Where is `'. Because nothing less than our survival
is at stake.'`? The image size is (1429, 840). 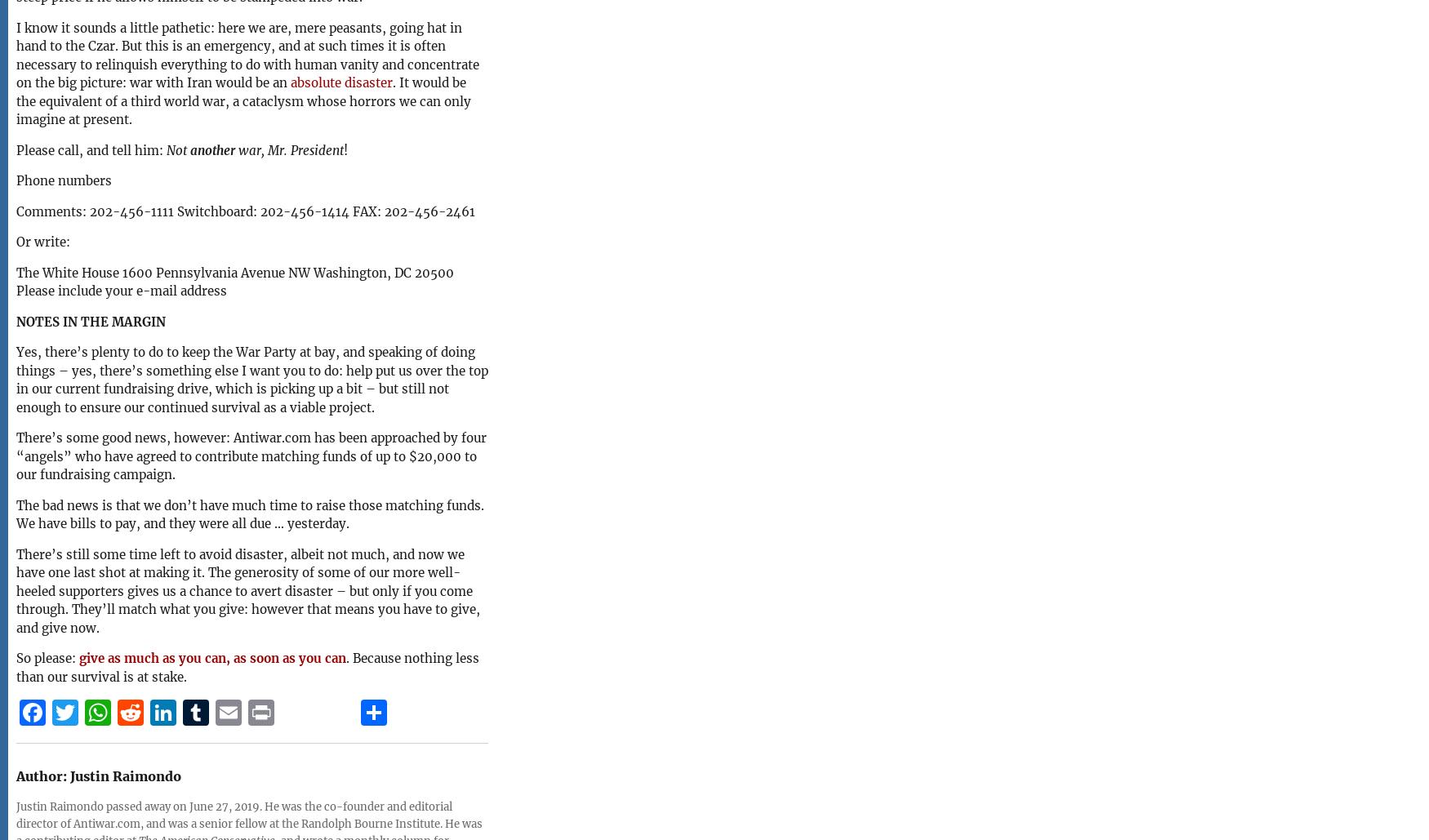 '. Because nothing less than our survival
is at stake.' is located at coordinates (247, 666).